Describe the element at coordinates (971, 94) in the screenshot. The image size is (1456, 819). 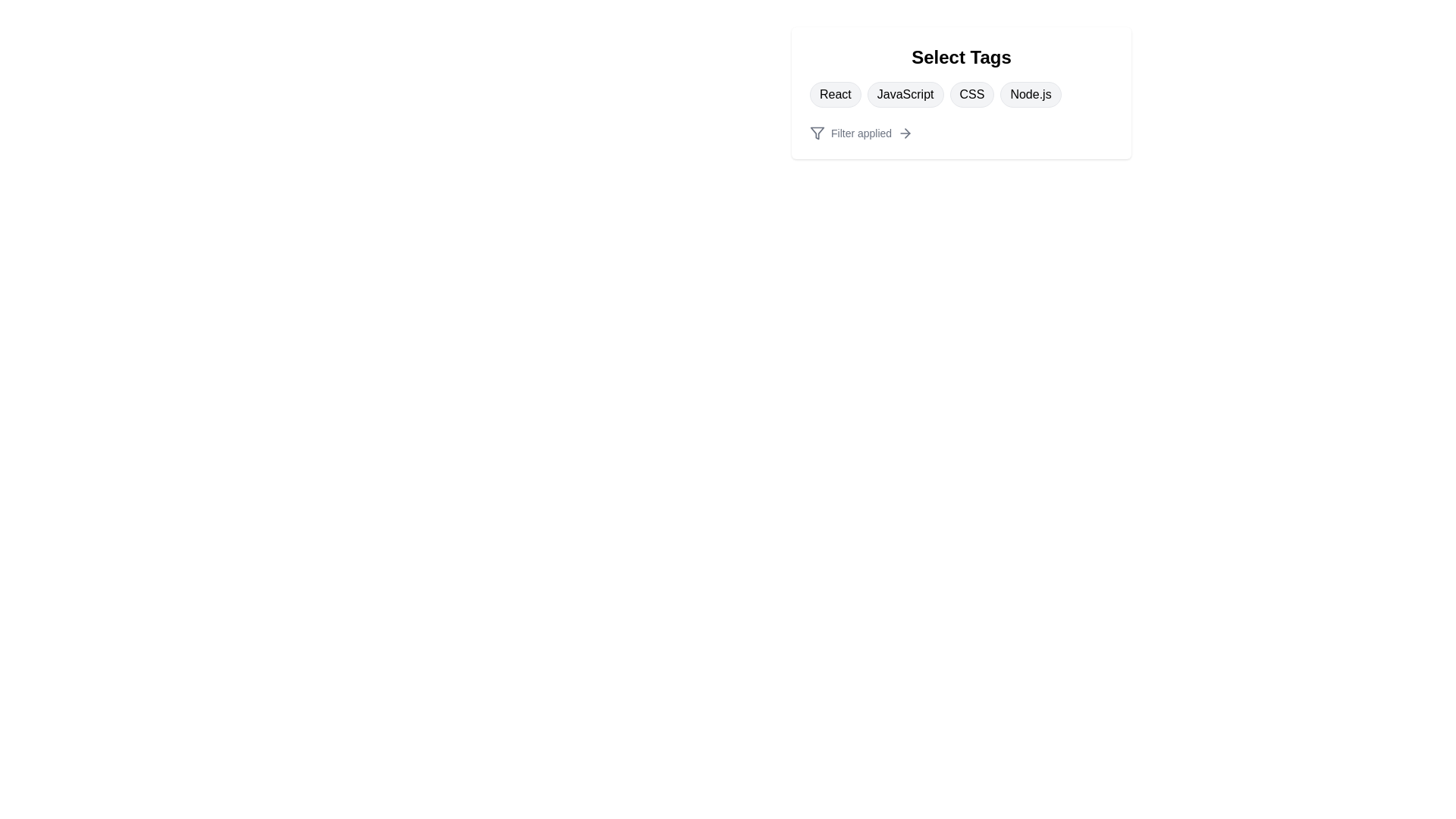
I see `the Pill-shaped interactive tag button labeled 'CSS'` at that location.